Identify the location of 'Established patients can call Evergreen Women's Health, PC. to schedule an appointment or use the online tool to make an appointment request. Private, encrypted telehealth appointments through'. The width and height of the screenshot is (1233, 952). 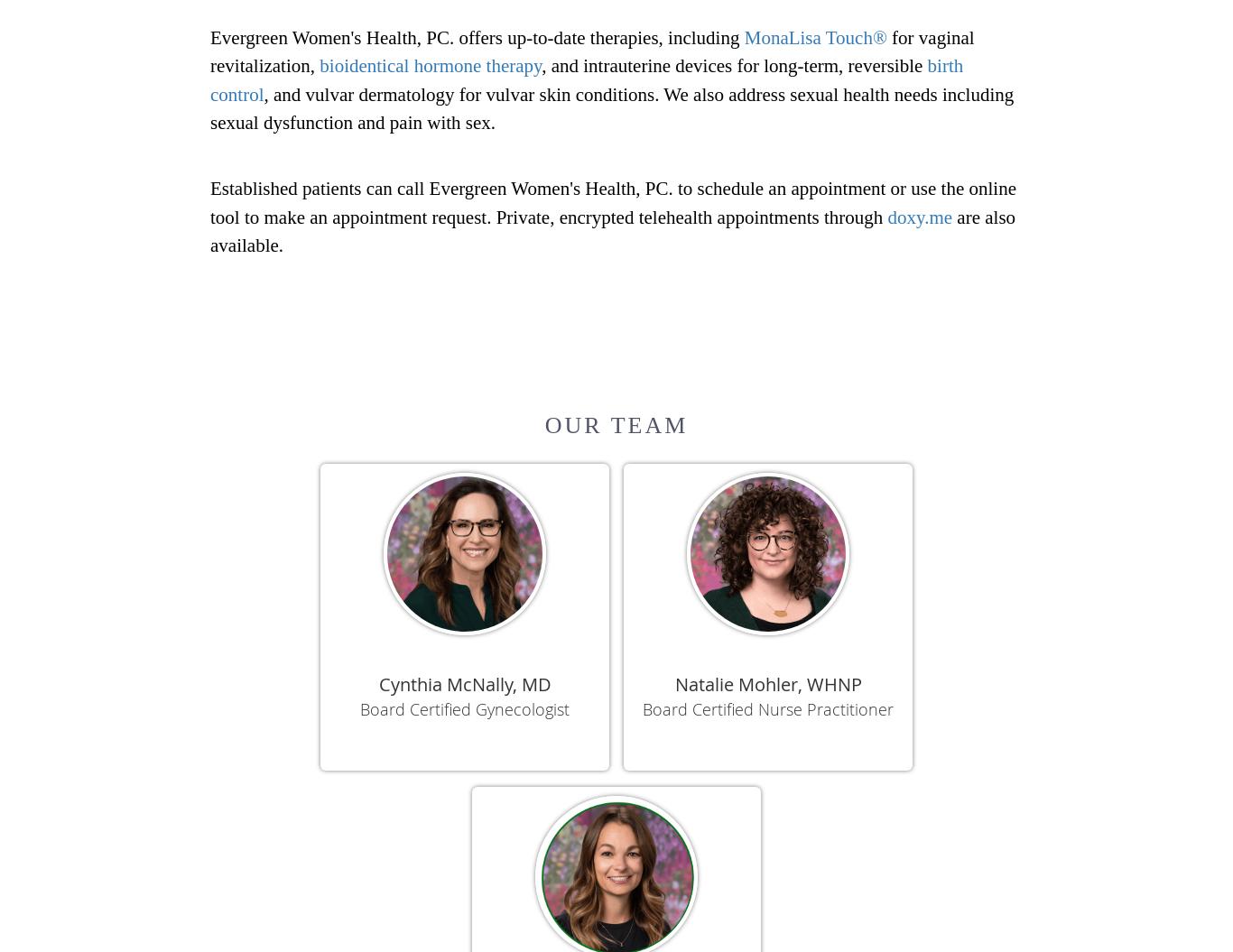
(612, 201).